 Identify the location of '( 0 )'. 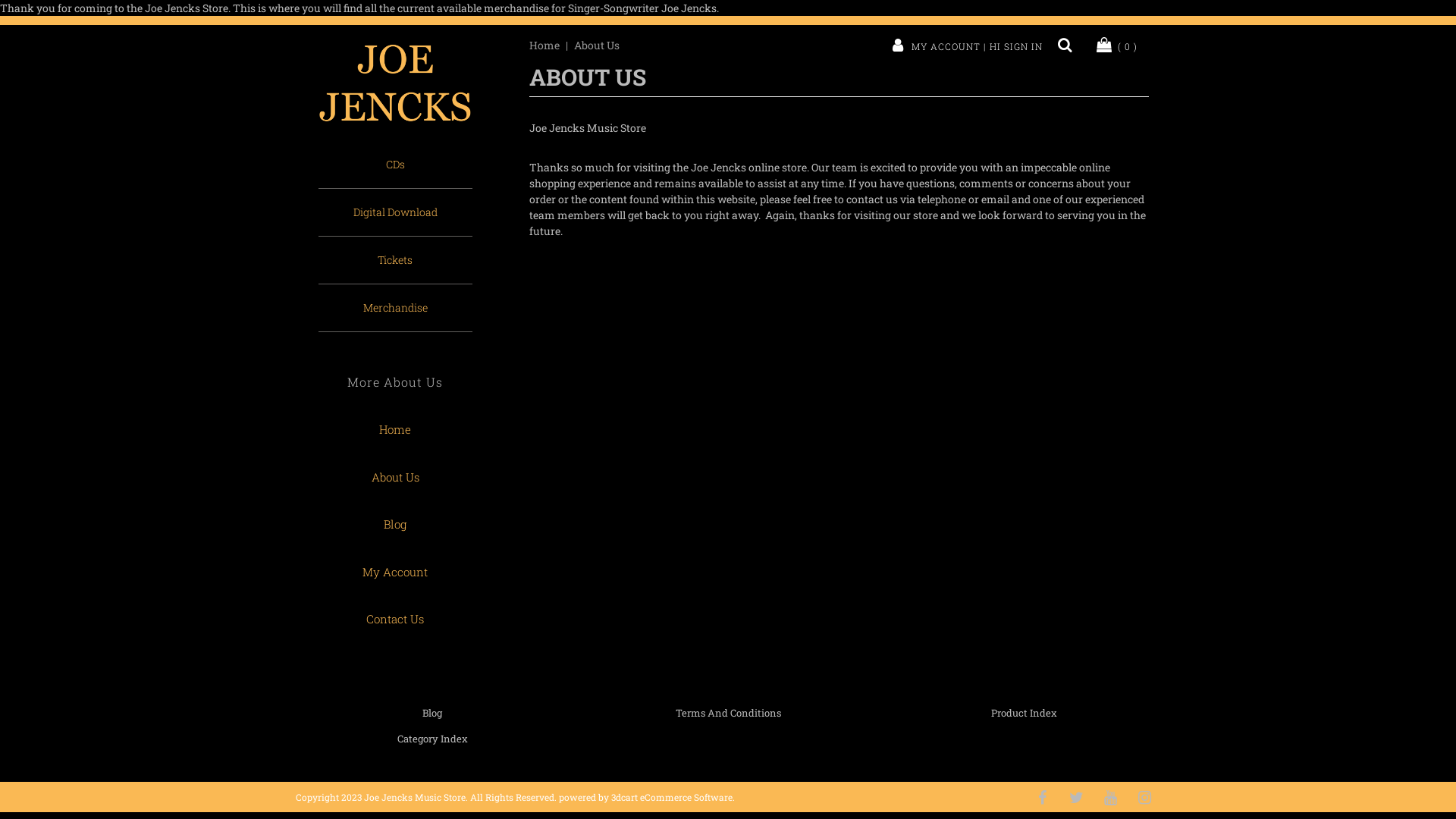
(1115, 45).